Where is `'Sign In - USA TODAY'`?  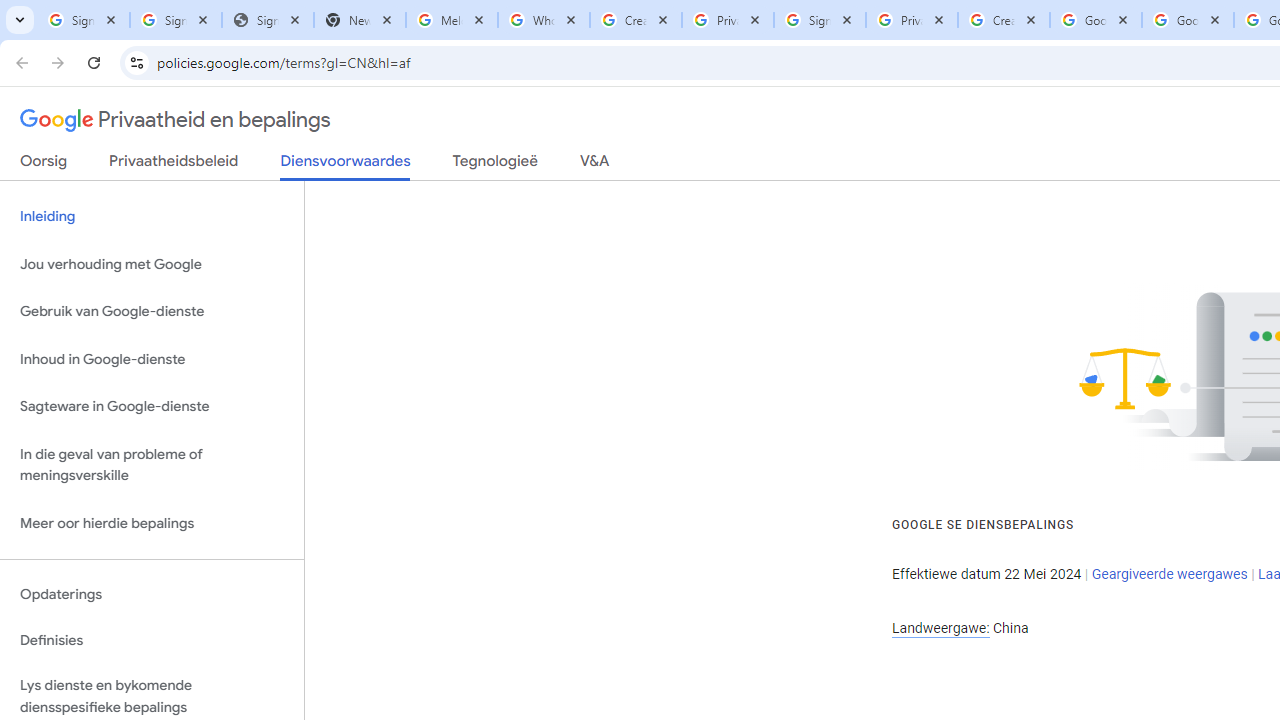 'Sign In - USA TODAY' is located at coordinates (266, 20).